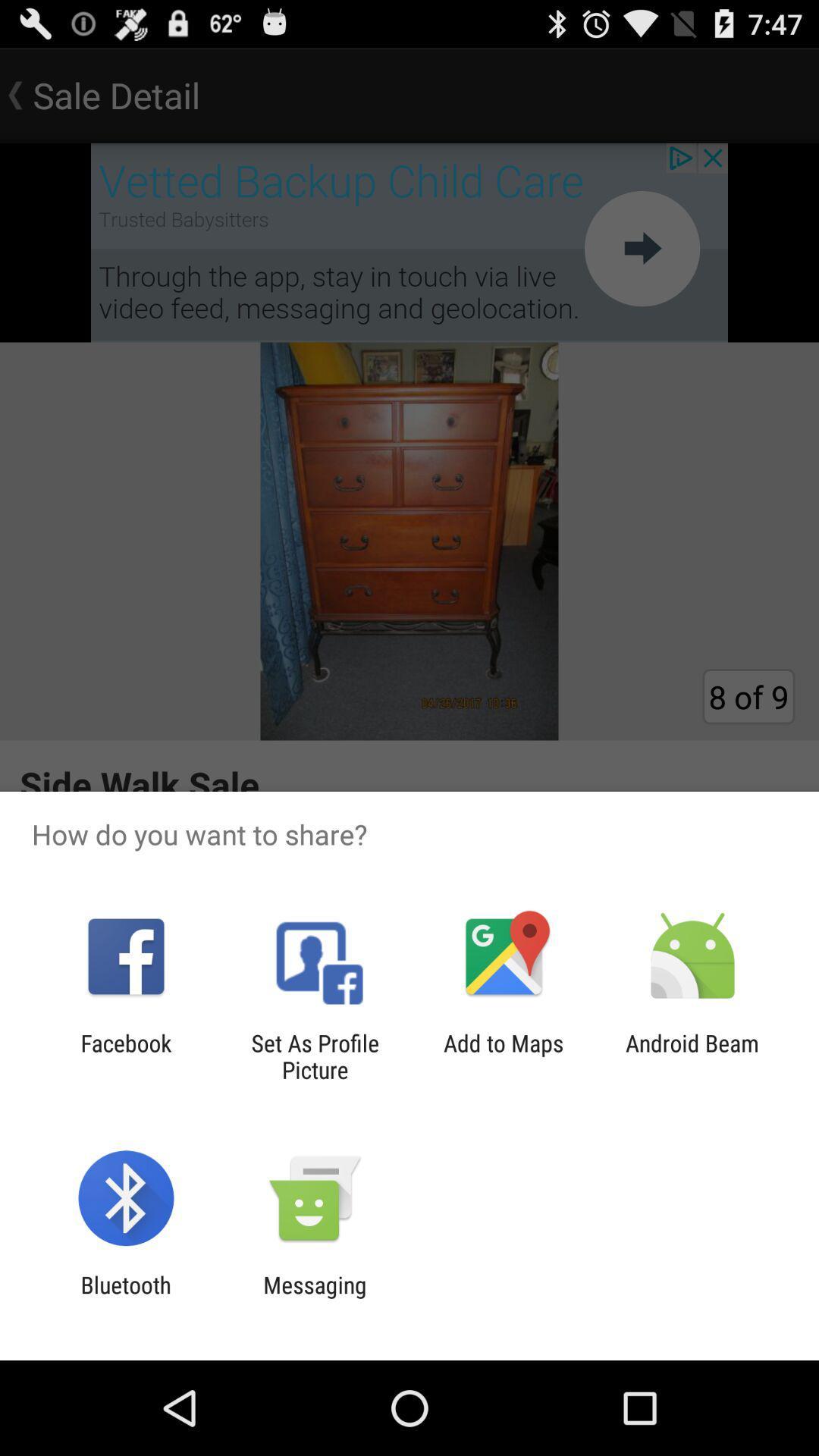  What do you see at coordinates (504, 1056) in the screenshot?
I see `the icon next to android beam icon` at bounding box center [504, 1056].